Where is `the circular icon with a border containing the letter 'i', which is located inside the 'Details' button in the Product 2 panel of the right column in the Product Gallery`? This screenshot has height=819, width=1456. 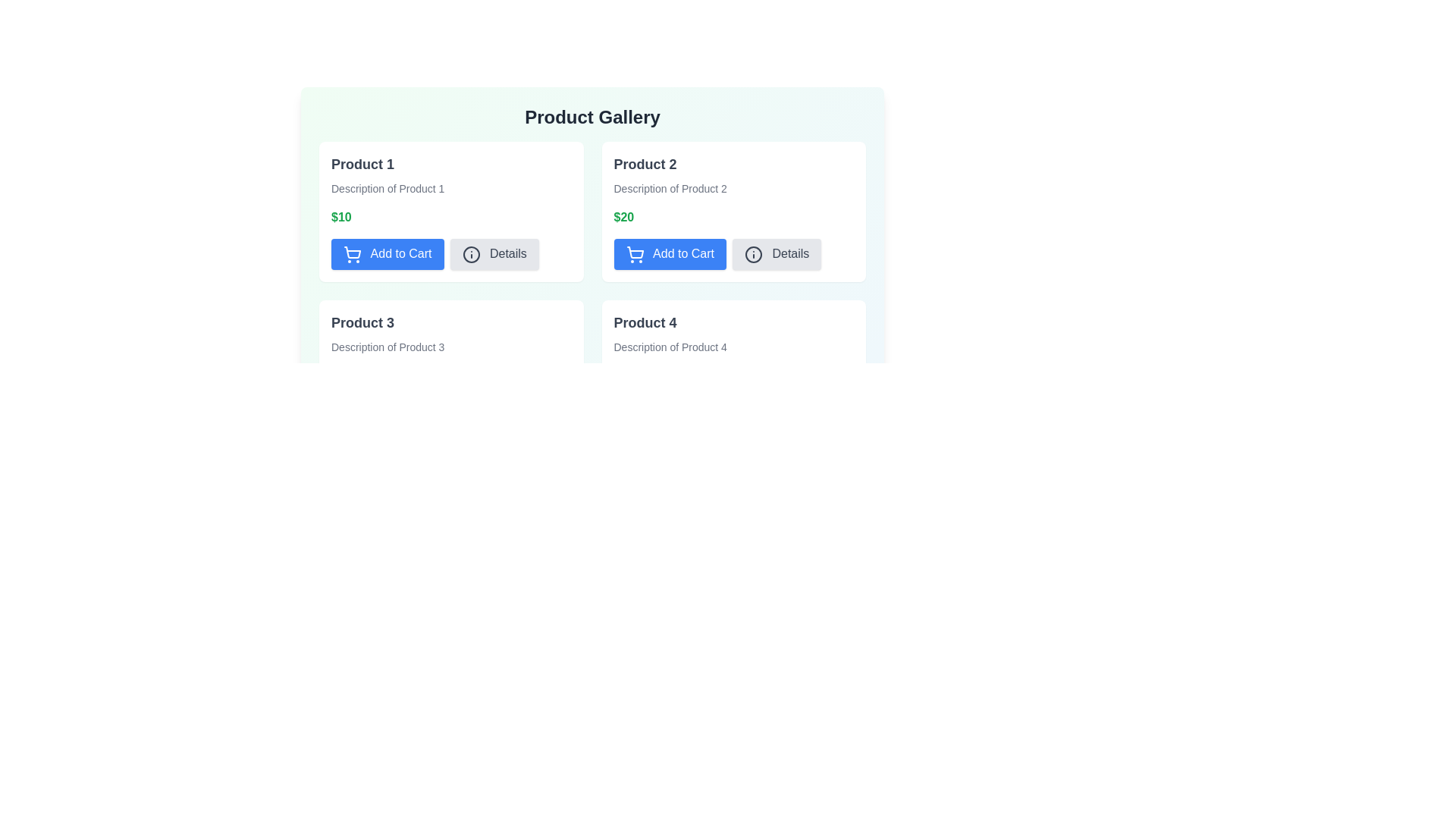 the circular icon with a border containing the letter 'i', which is located inside the 'Details' button in the Product 2 panel of the right column in the Product Gallery is located at coordinates (753, 253).